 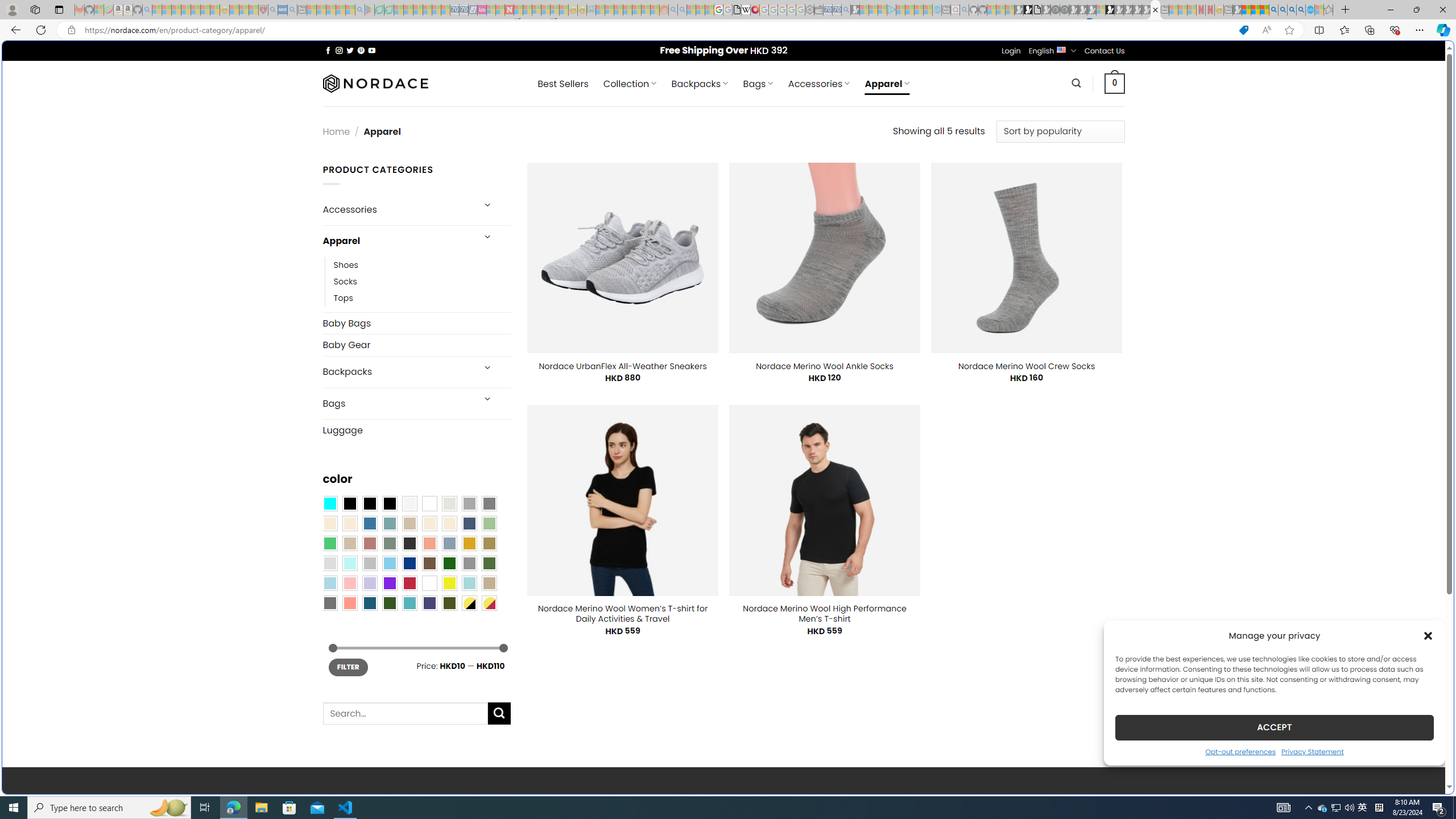 What do you see at coordinates (562, 83) in the screenshot?
I see `' Best Sellers'` at bounding box center [562, 83].